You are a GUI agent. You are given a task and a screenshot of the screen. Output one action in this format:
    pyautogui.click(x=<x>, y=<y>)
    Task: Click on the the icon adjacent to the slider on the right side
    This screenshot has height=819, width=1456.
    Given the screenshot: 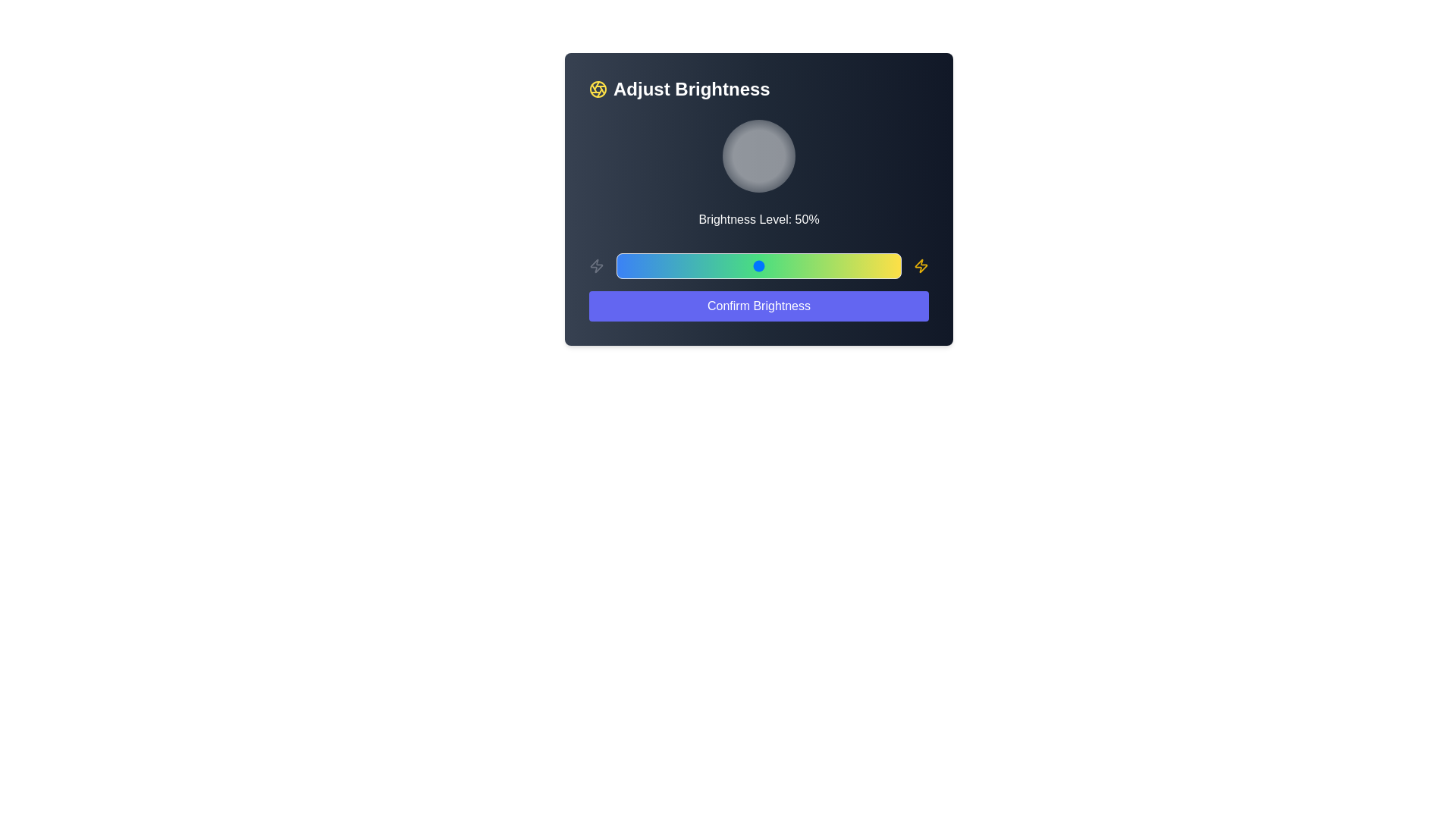 What is the action you would take?
    pyautogui.click(x=920, y=265)
    